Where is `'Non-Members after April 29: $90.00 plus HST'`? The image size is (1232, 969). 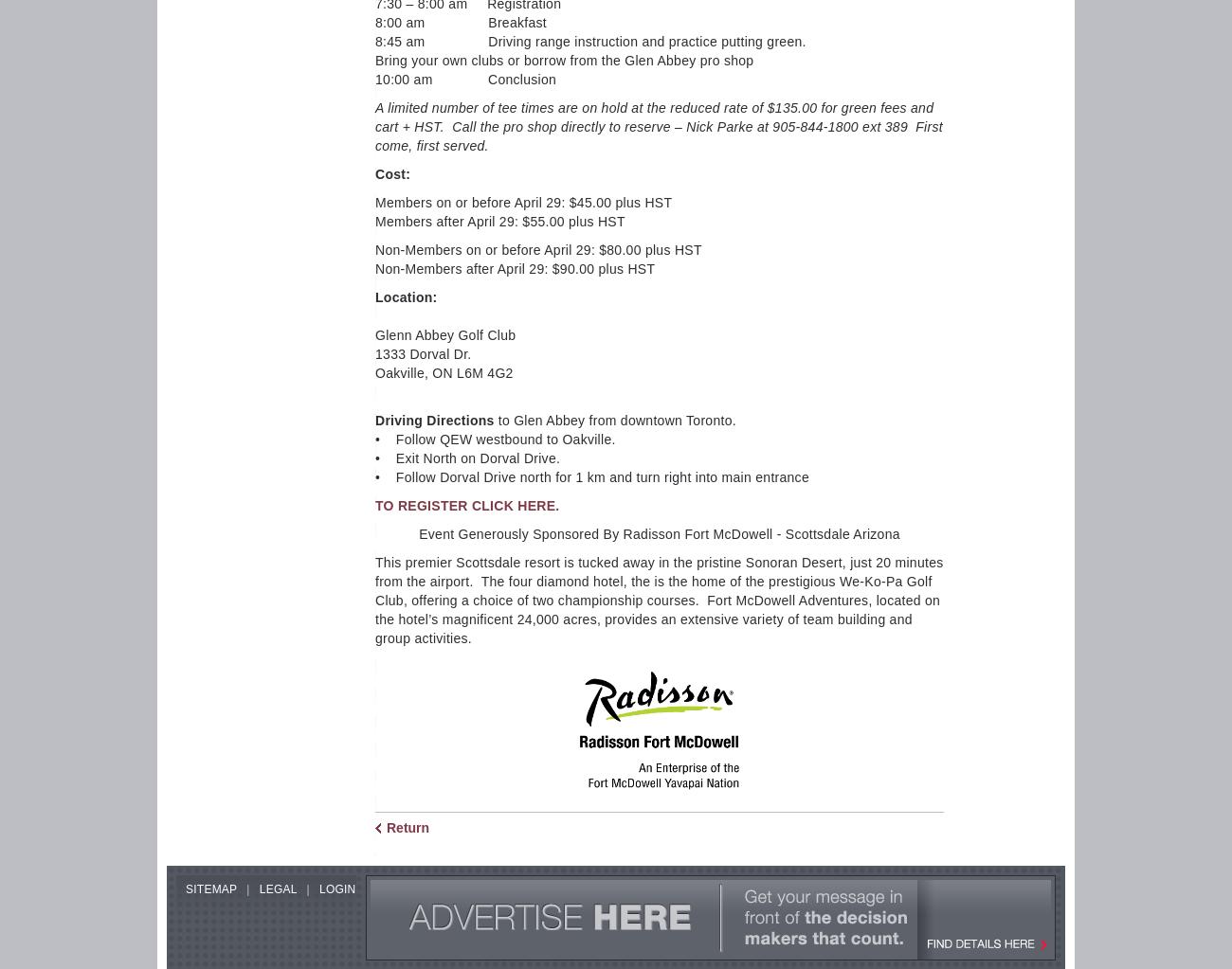 'Non-Members after April 29: $90.00 plus HST' is located at coordinates (514, 267).